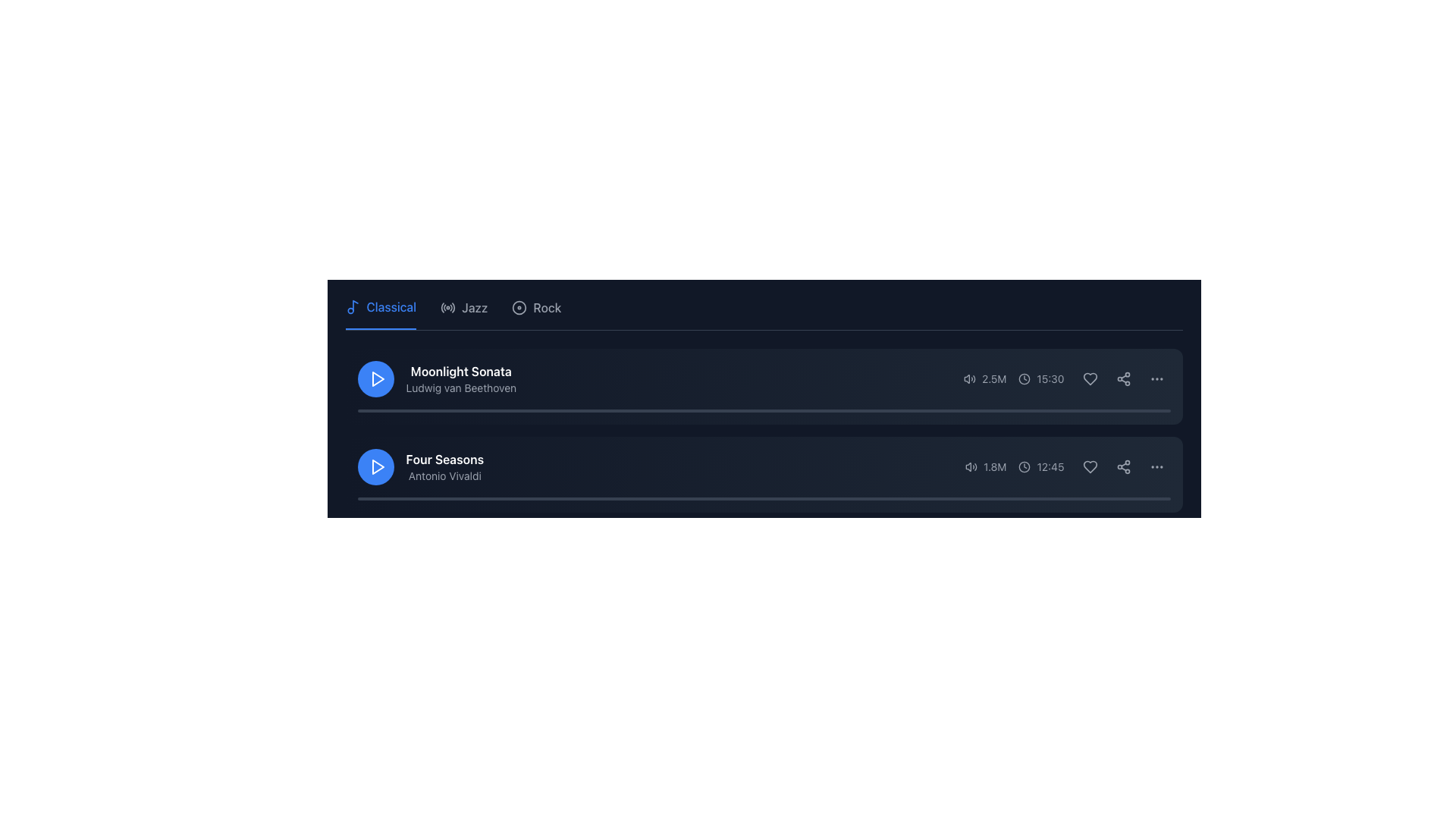  What do you see at coordinates (1089, 466) in the screenshot?
I see `the heart icon button located in the right-most section of the row for the 'Four Seasons' track to mark it as a favorite` at bounding box center [1089, 466].